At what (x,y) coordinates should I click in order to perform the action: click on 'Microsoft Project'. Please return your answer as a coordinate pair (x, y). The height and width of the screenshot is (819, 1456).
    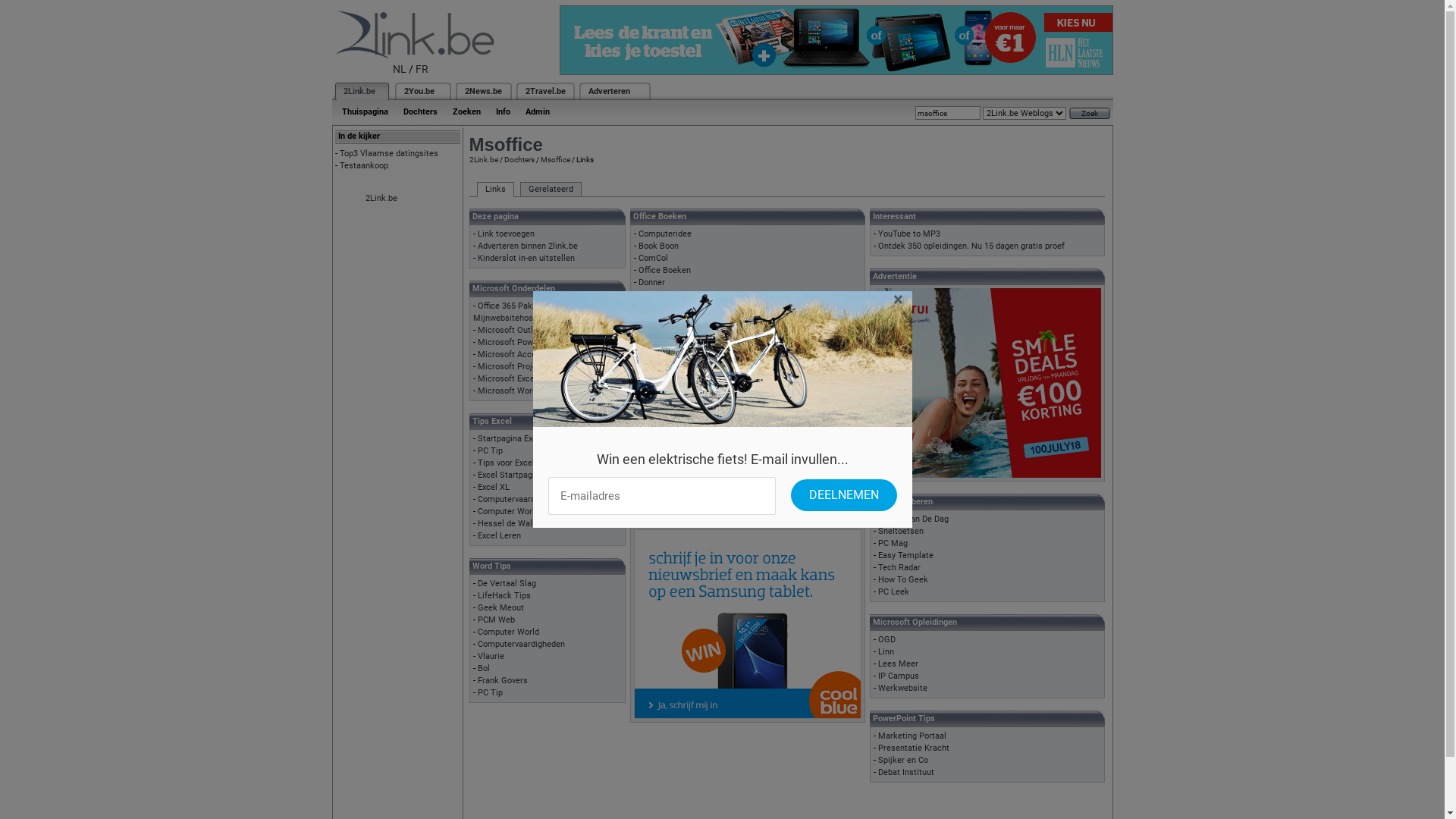
    Looking at the image, I should click on (510, 366).